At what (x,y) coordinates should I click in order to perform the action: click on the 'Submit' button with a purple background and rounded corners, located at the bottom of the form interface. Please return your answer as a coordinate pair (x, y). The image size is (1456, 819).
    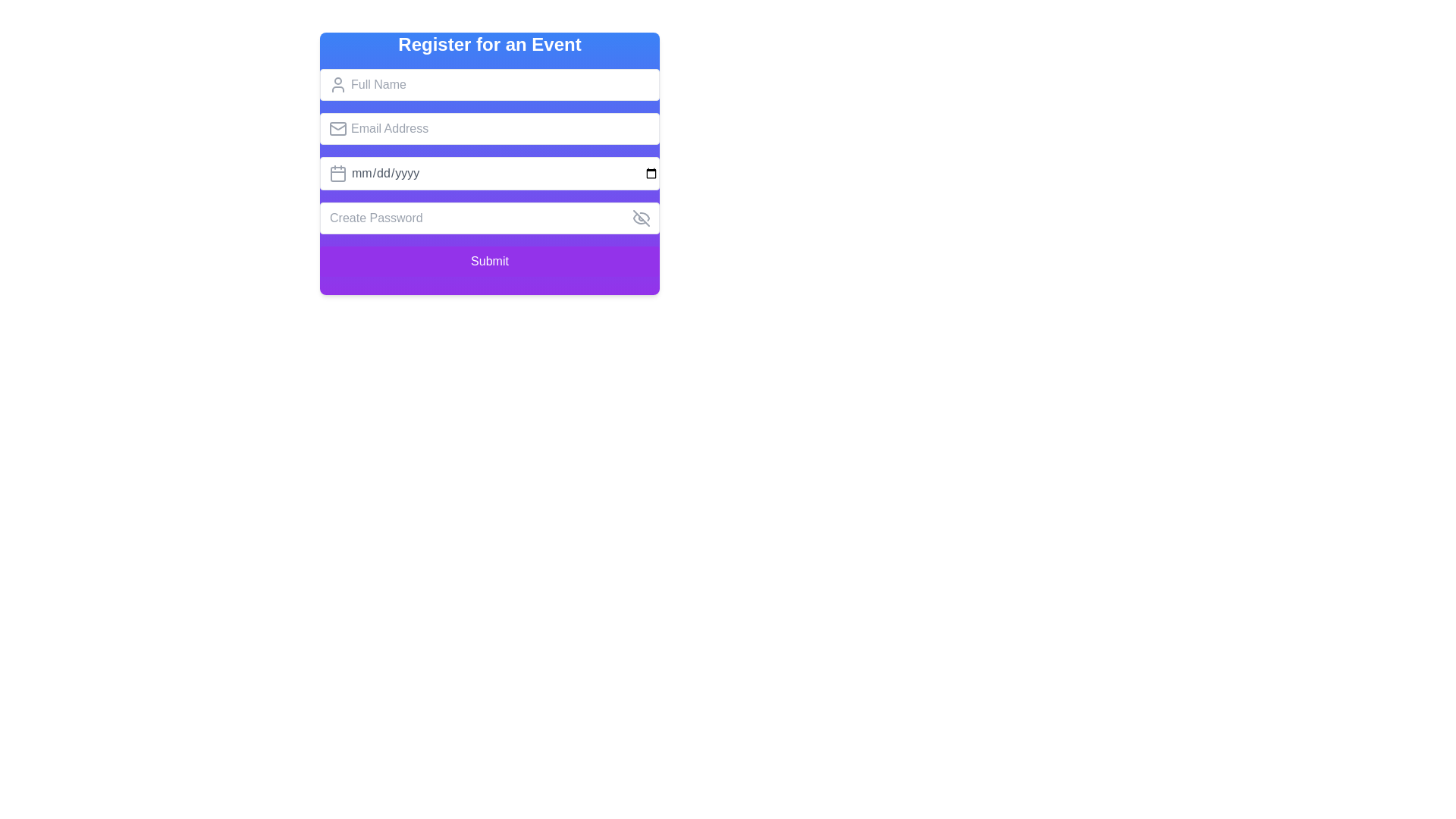
    Looking at the image, I should click on (490, 260).